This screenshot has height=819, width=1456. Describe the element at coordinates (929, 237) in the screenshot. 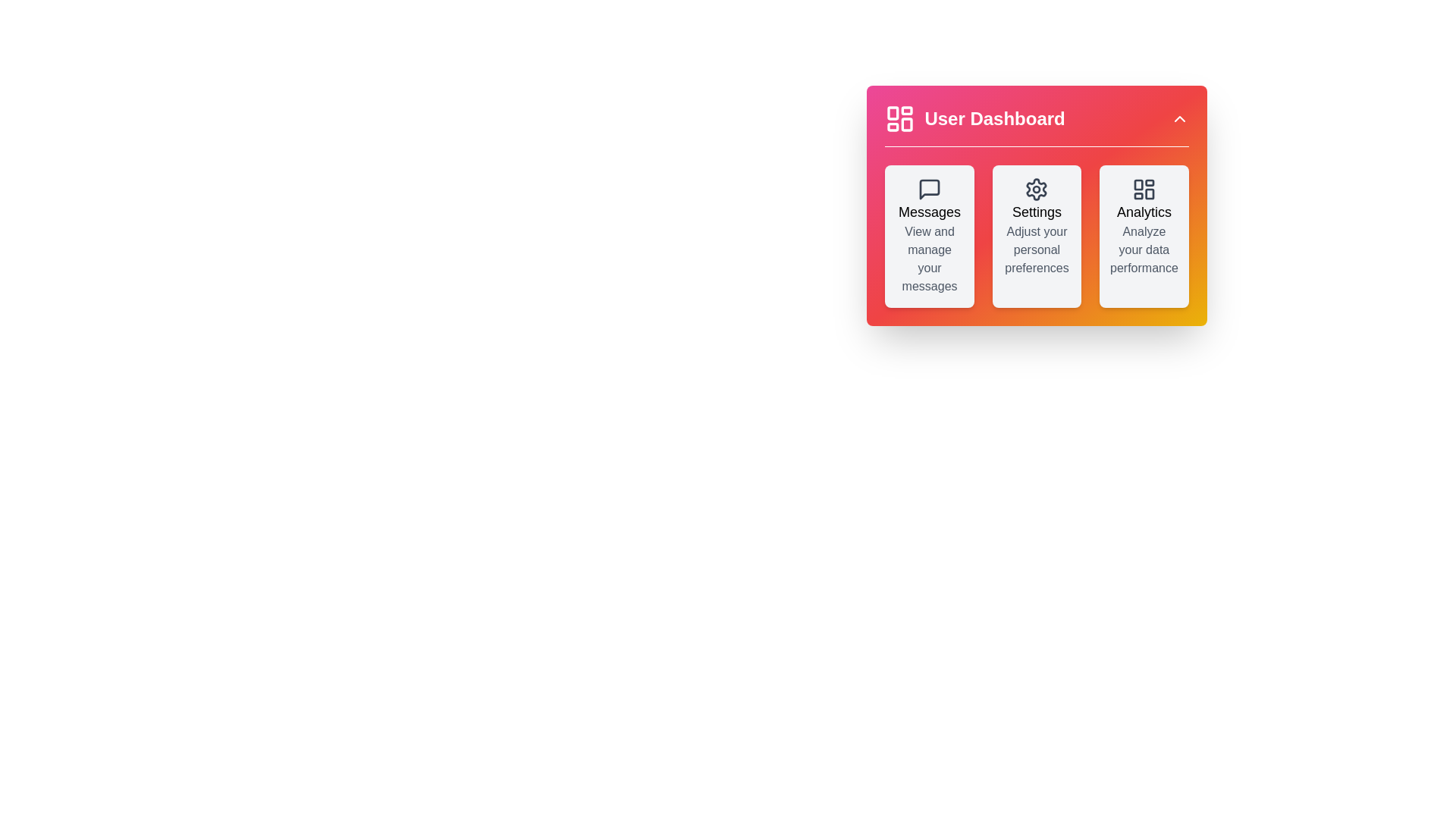

I see `the Action card for managing messages, which is the leftmost card in the row beneath the 'User Dashboard' title` at that location.